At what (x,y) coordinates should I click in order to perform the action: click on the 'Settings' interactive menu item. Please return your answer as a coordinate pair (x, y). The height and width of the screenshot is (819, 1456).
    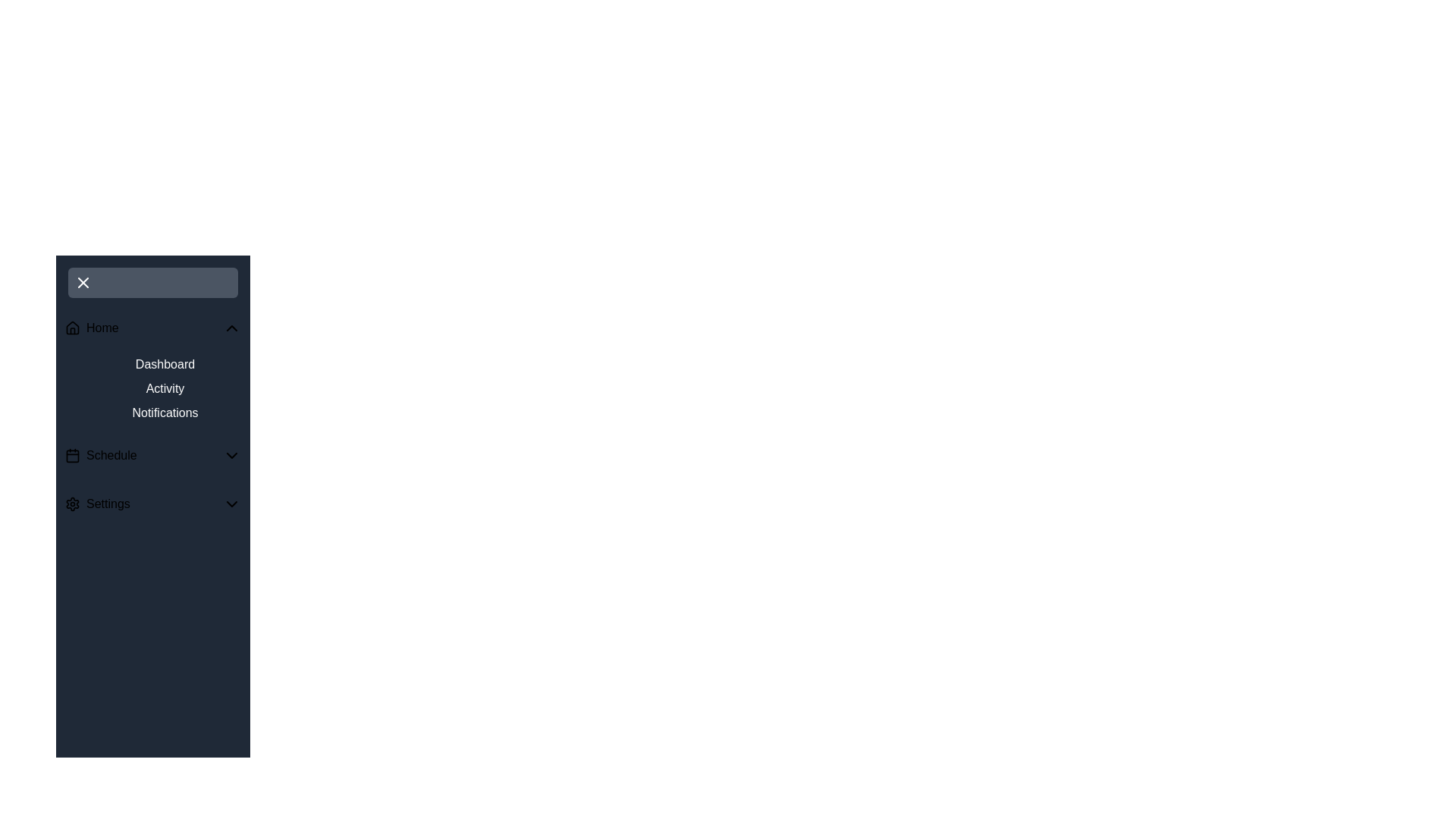
    Looking at the image, I should click on (96, 504).